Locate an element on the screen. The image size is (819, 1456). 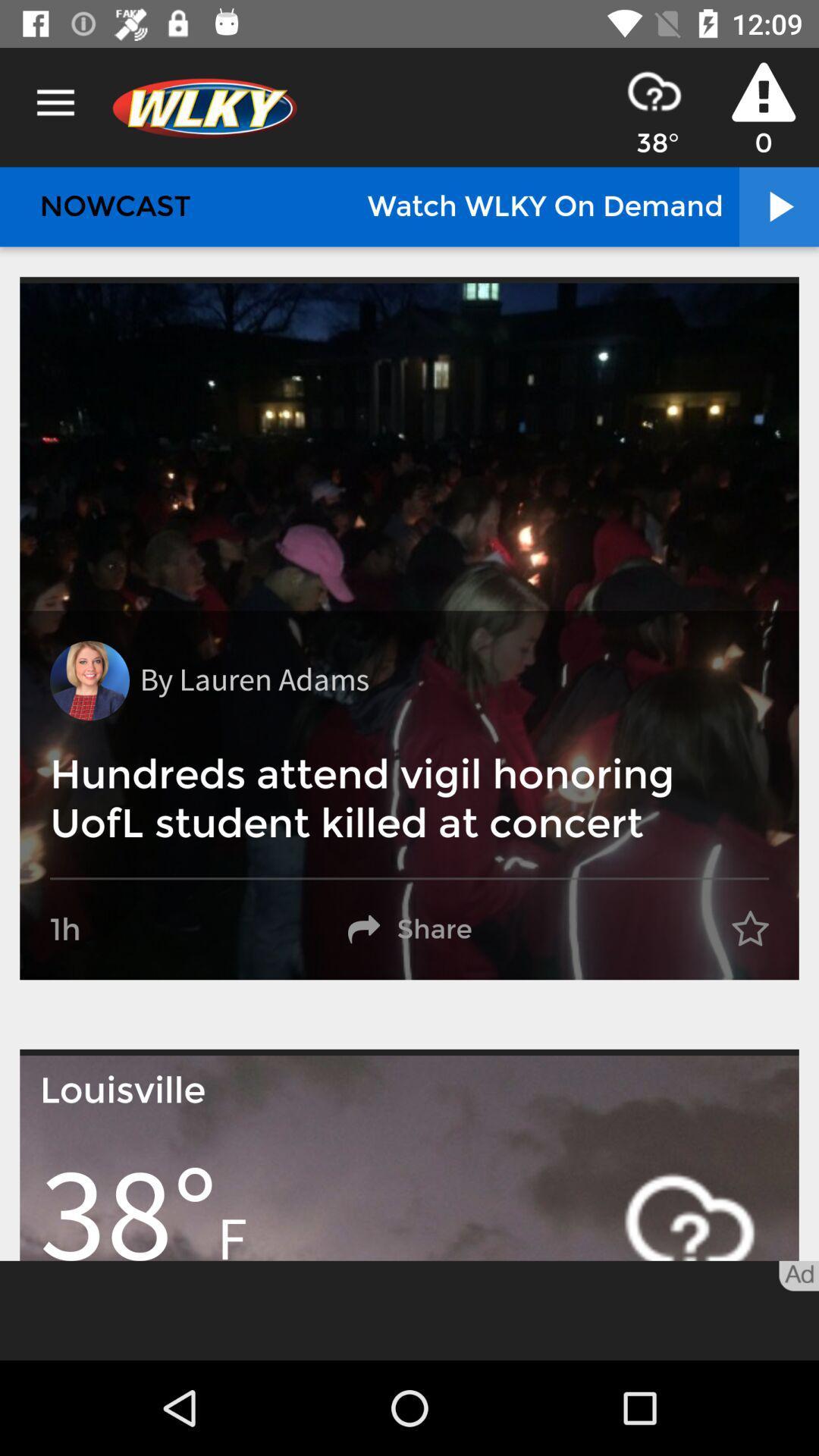
the image below nowcast is located at coordinates (409, 632).